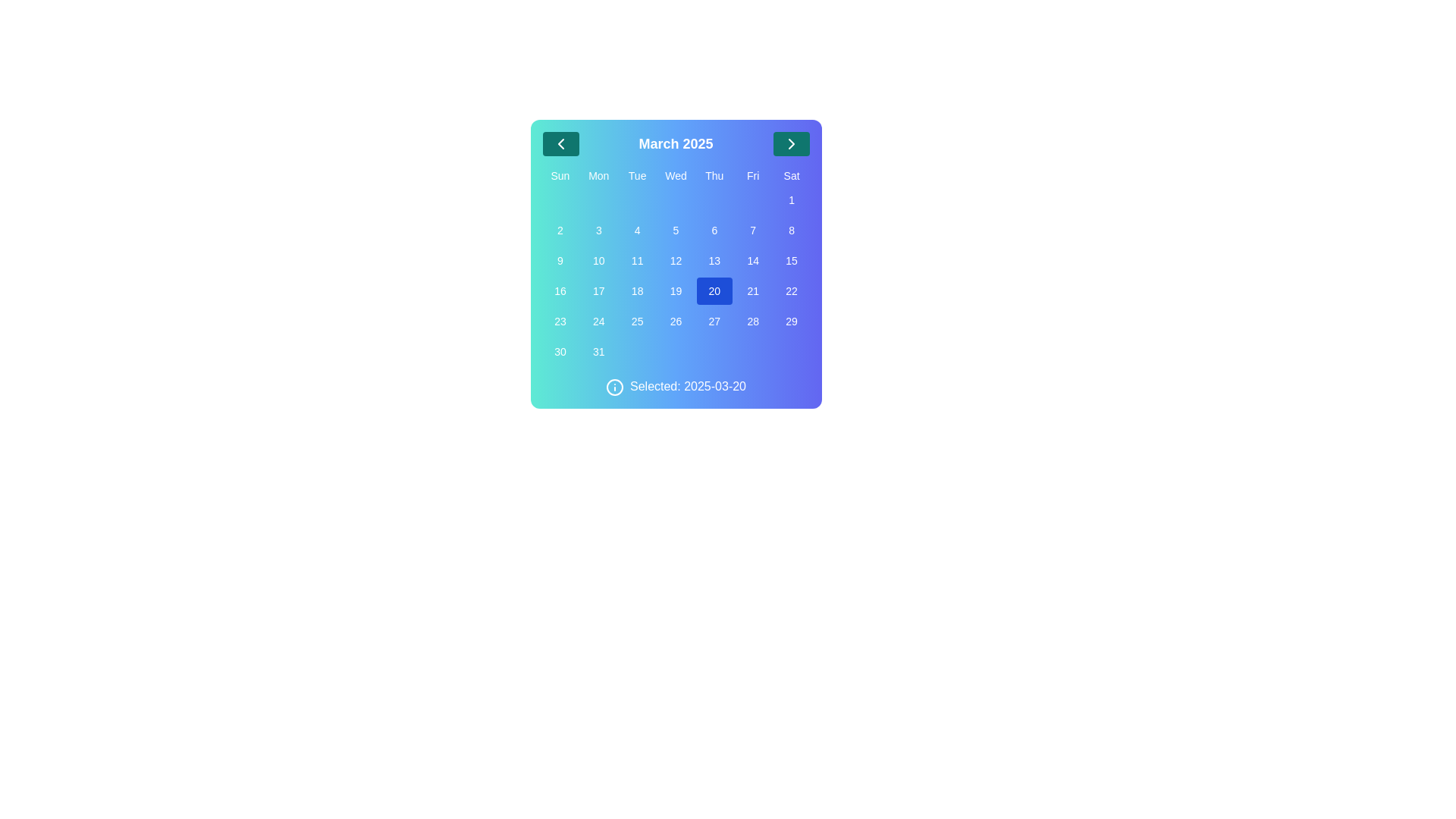  Describe the element at coordinates (637, 291) in the screenshot. I see `the selectable calendar date cell in the third row and third column under 'March 2025'` at that location.